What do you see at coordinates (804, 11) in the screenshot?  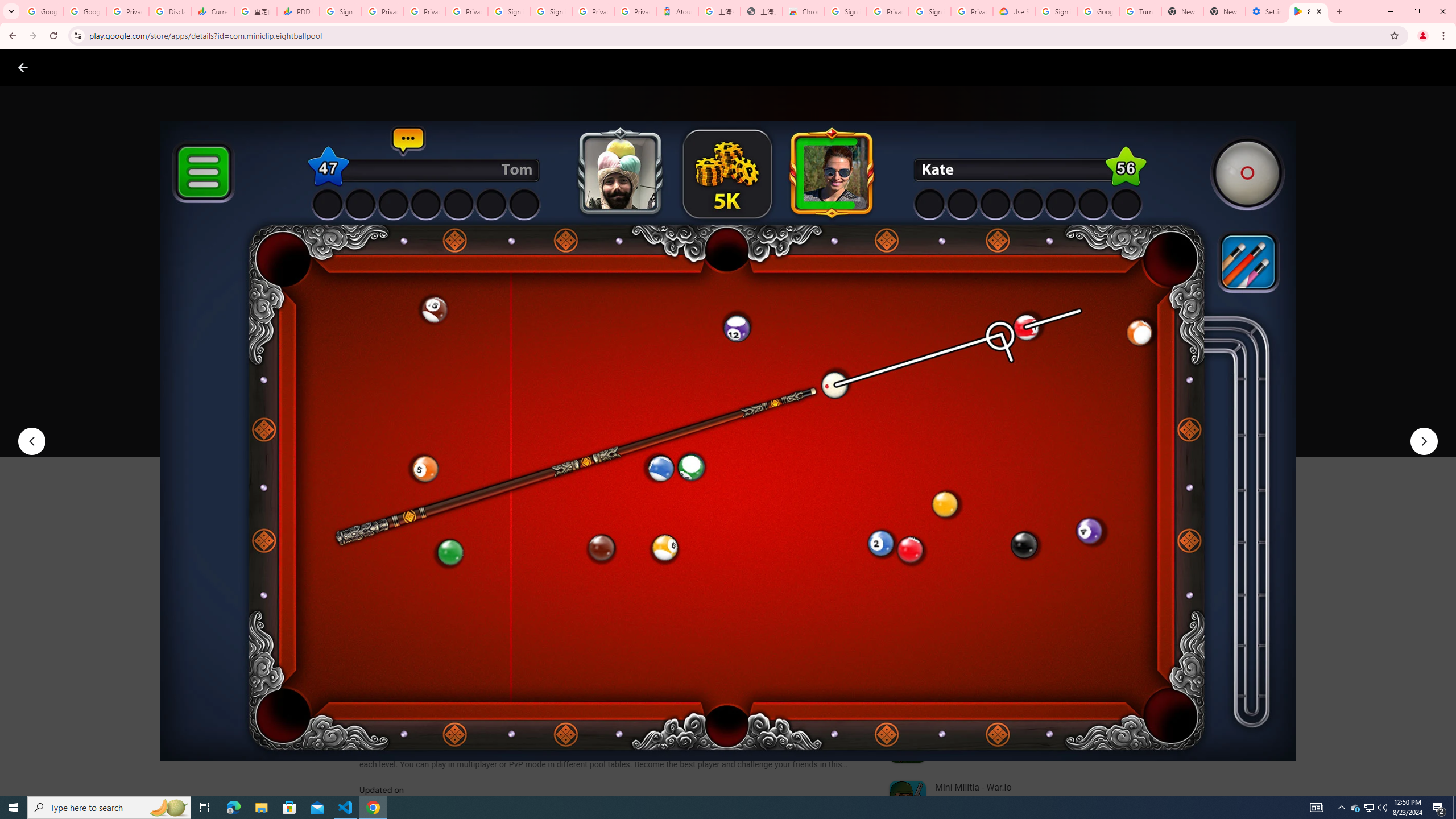 I see `'Chrome Web Store - Color themes by Chrome'` at bounding box center [804, 11].